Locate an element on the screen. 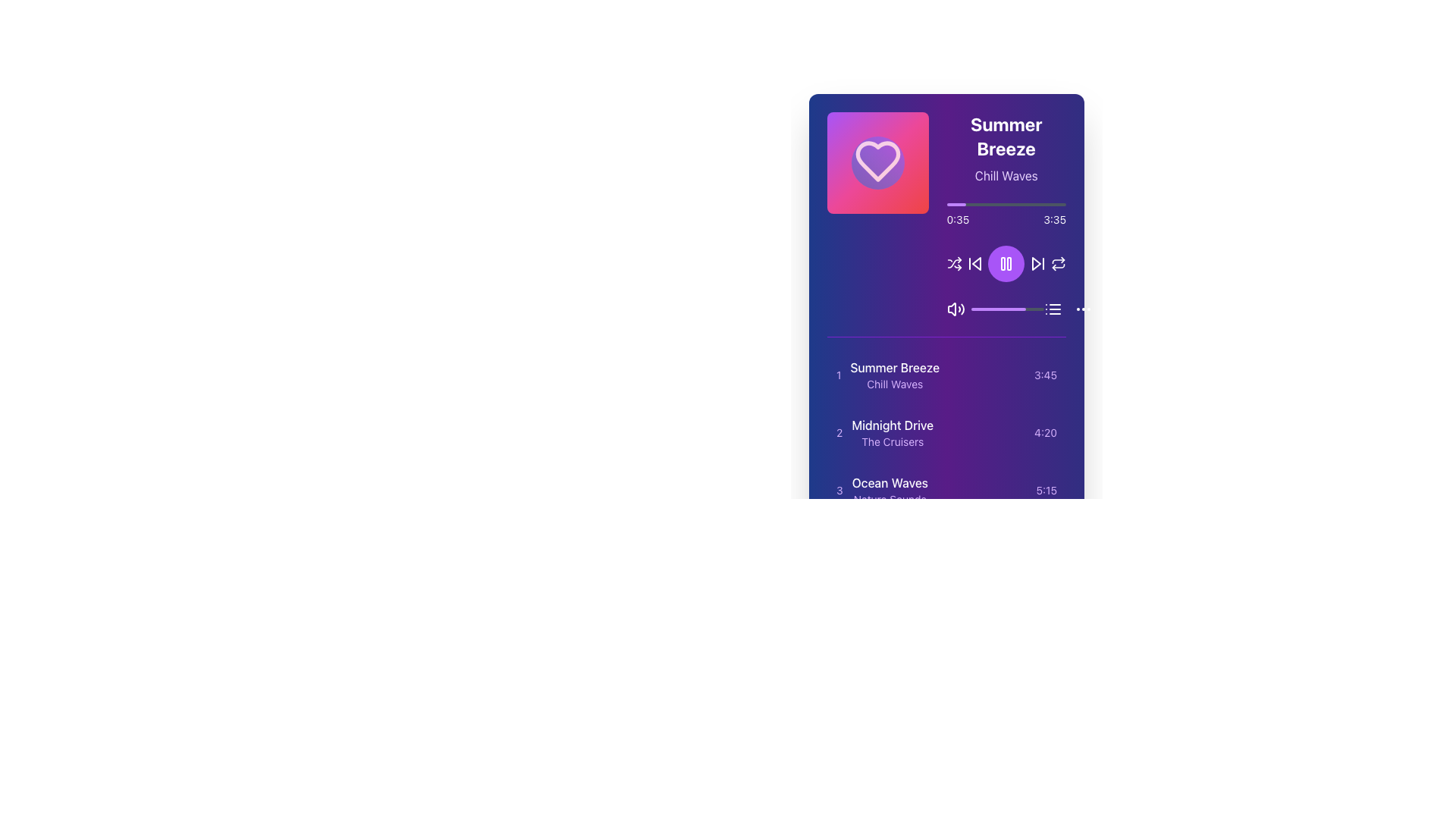 The width and height of the screenshot is (1456, 819). the second item in the playlist list to play the specific track is located at coordinates (946, 432).